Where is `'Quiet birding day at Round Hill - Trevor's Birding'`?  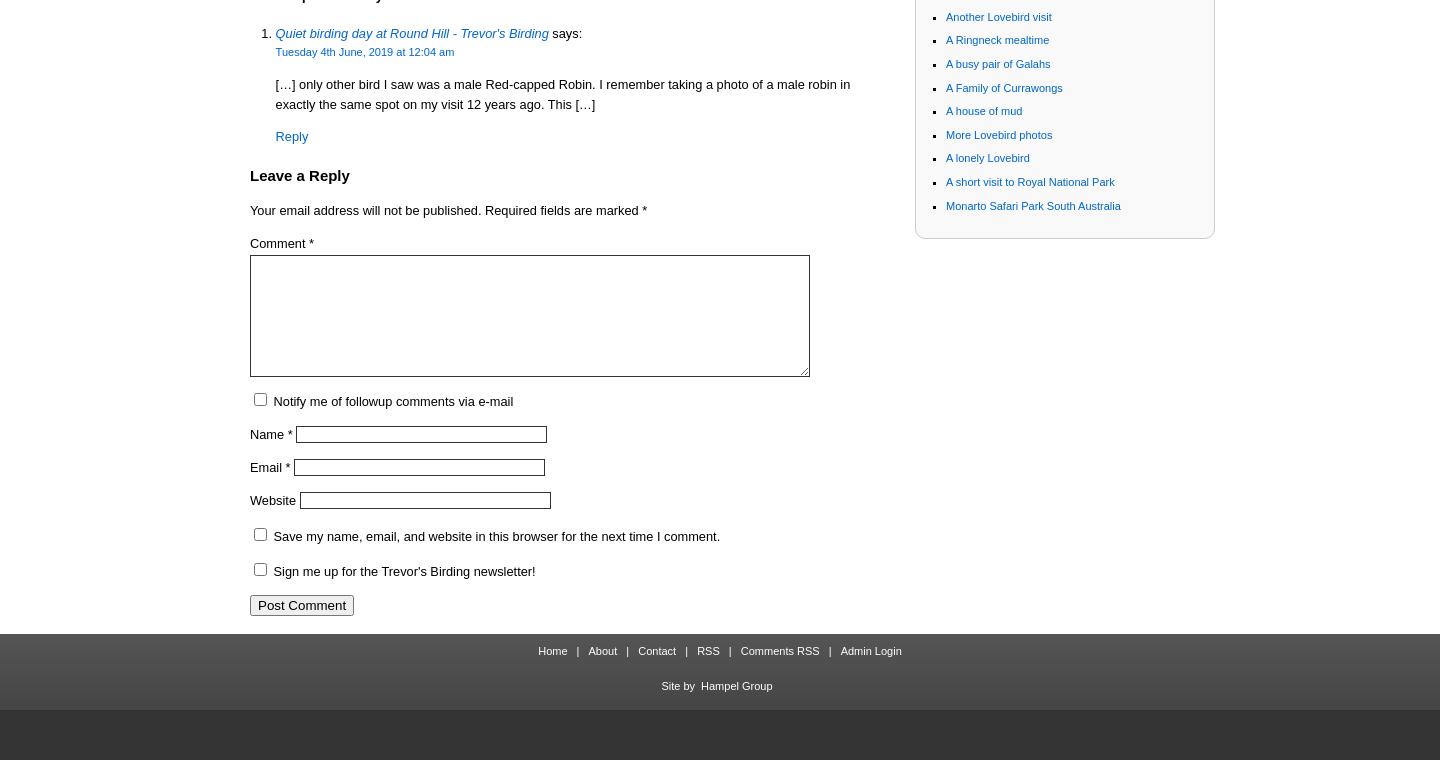 'Quiet birding day at Round Hill - Trevor's Birding' is located at coordinates (410, 32).